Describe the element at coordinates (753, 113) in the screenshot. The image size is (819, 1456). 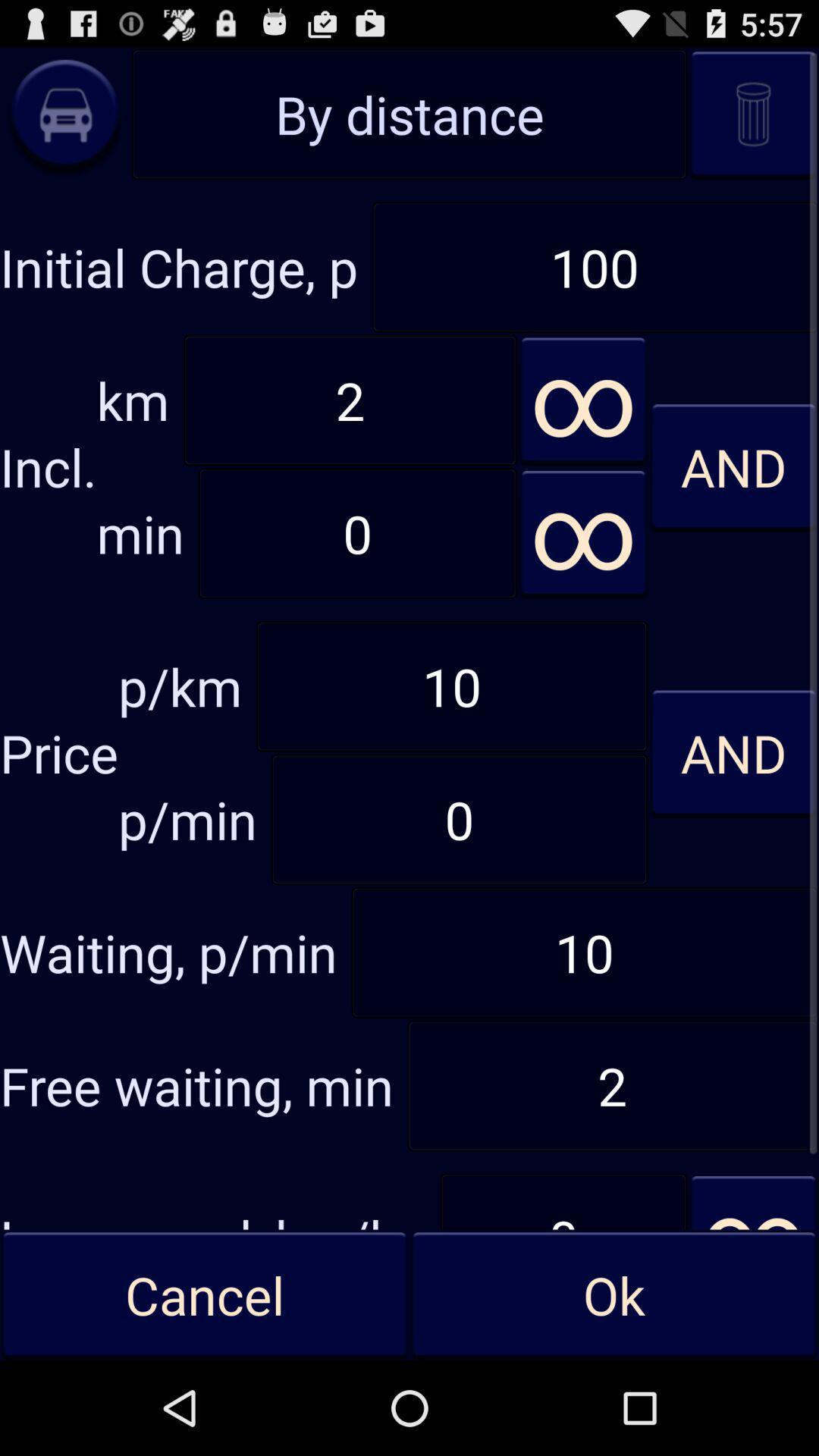
I see `trash the trip` at that location.